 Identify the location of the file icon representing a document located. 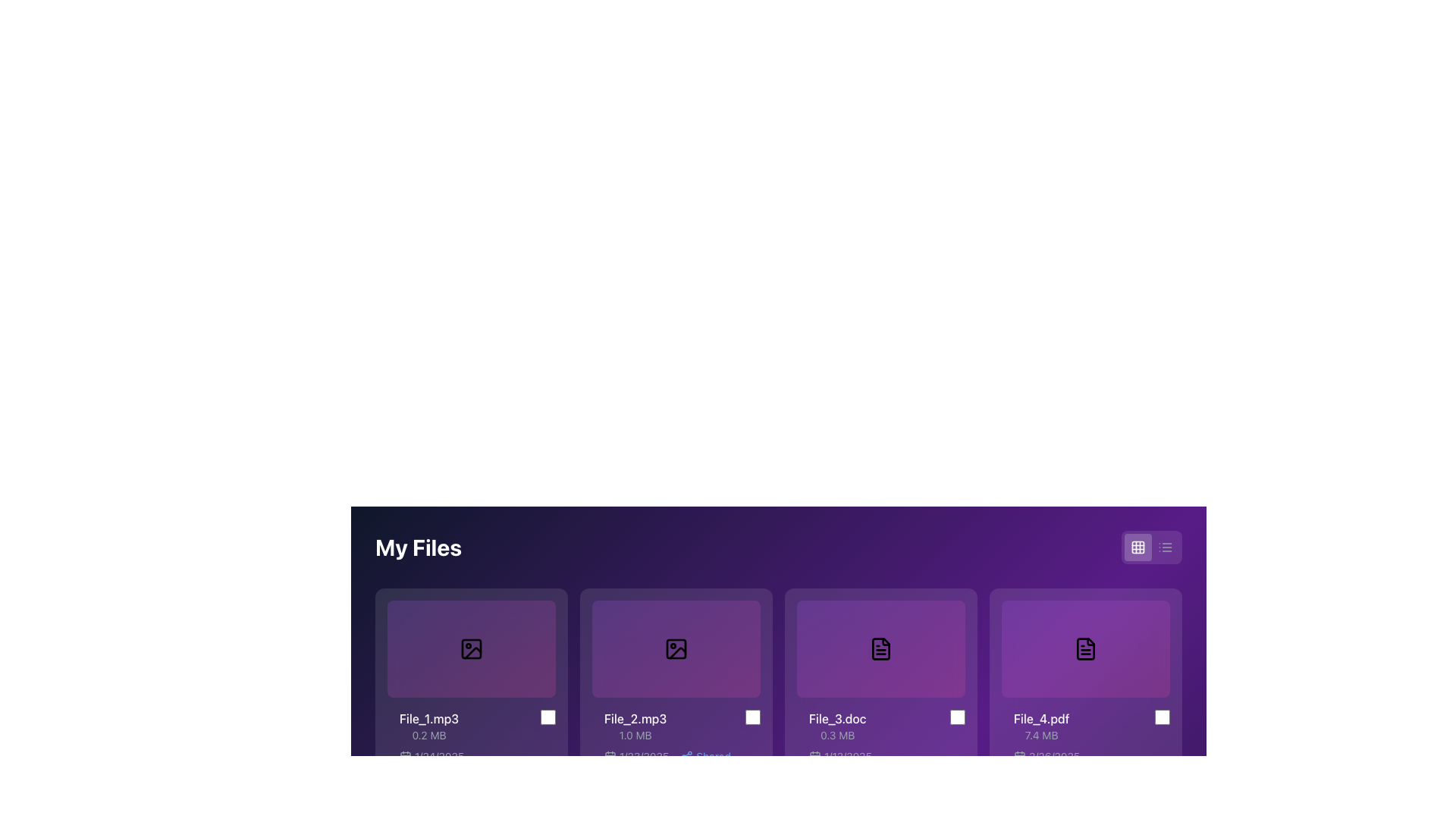
(880, 648).